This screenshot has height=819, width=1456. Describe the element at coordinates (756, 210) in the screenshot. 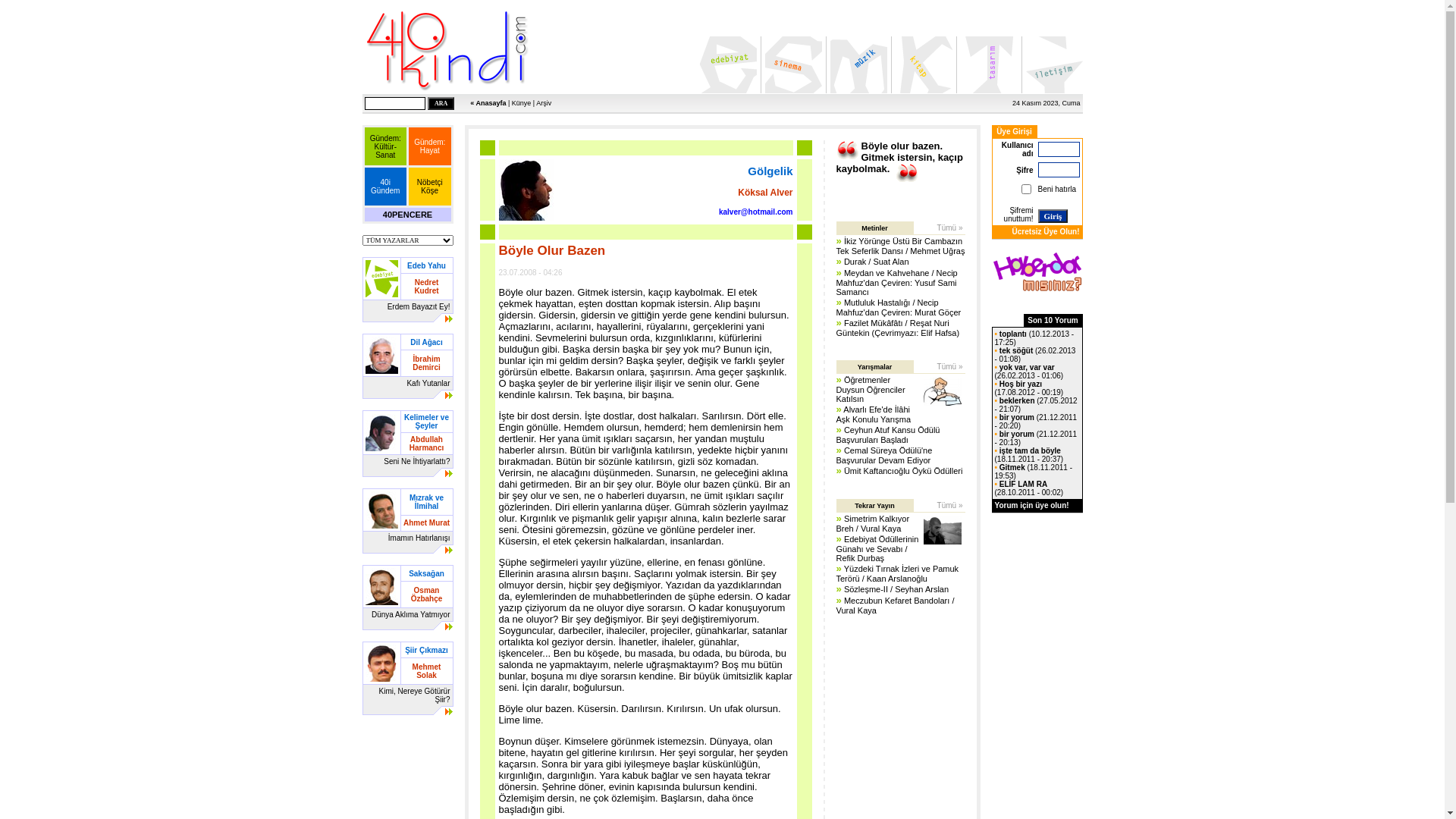

I see `'kalver@hotmail.com'` at that location.